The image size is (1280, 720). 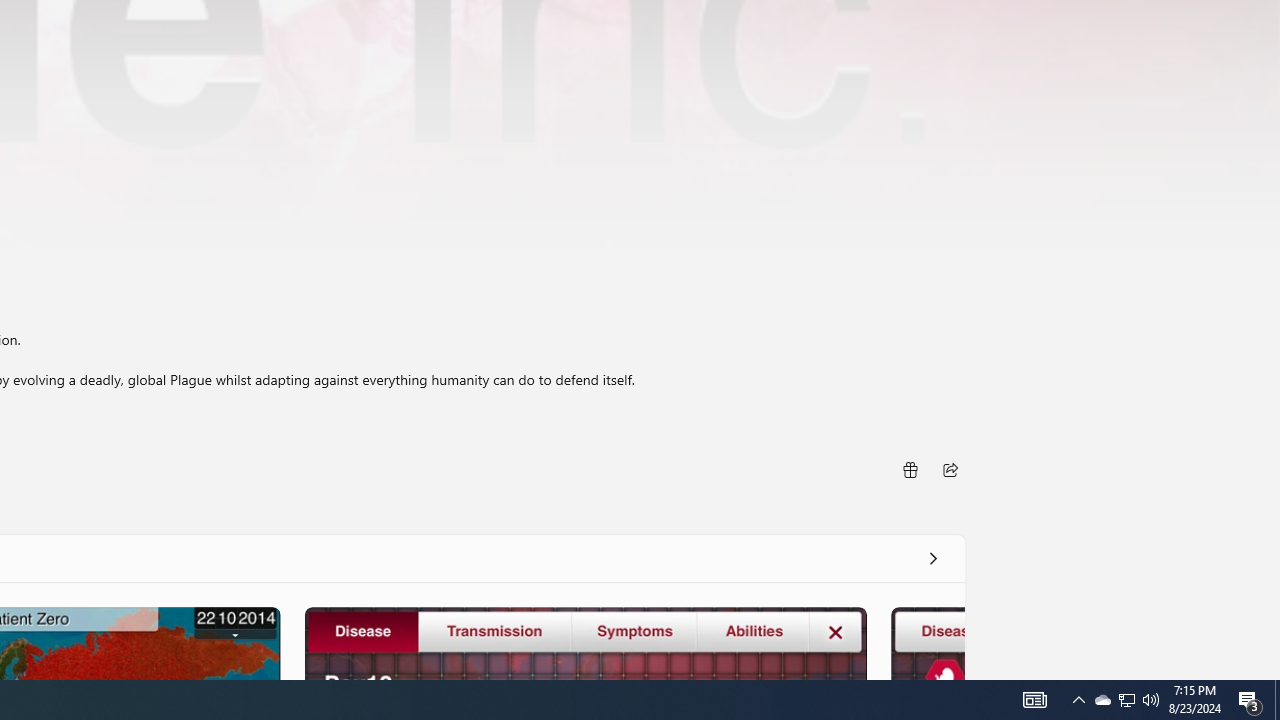 What do you see at coordinates (931, 558) in the screenshot?
I see `'See all'` at bounding box center [931, 558].